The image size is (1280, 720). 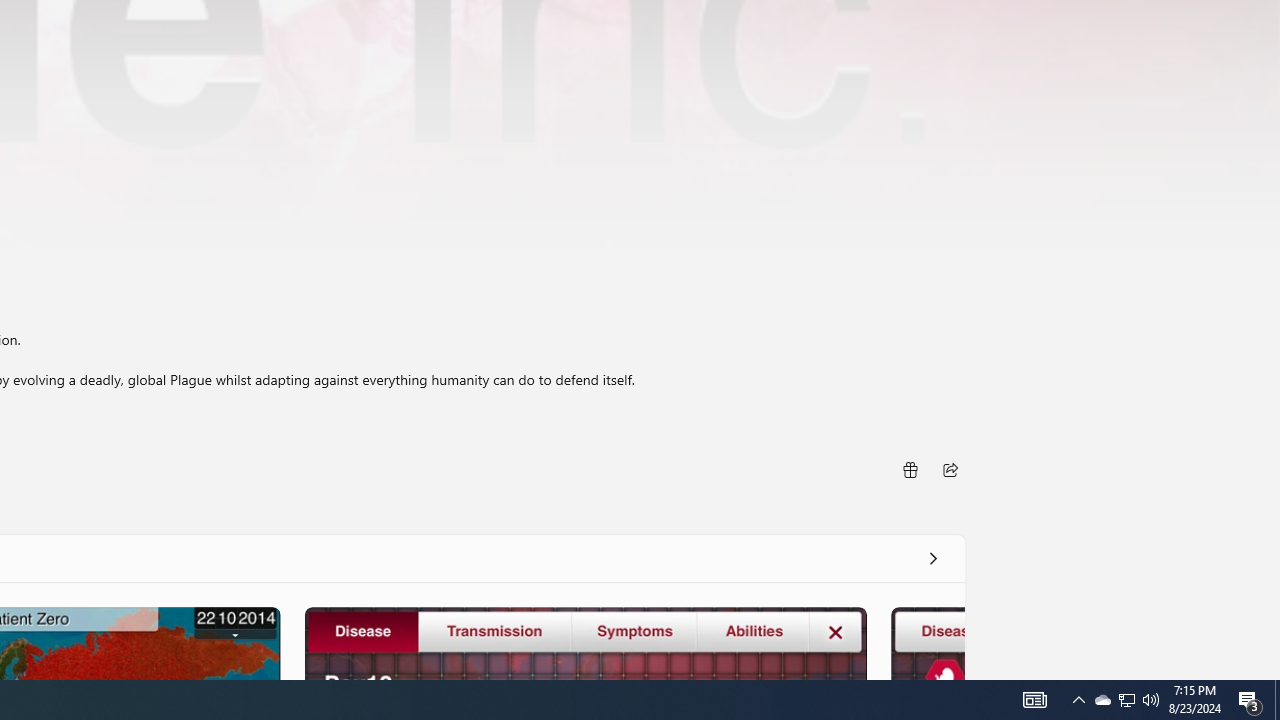 What do you see at coordinates (931, 558) in the screenshot?
I see `'See all'` at bounding box center [931, 558].